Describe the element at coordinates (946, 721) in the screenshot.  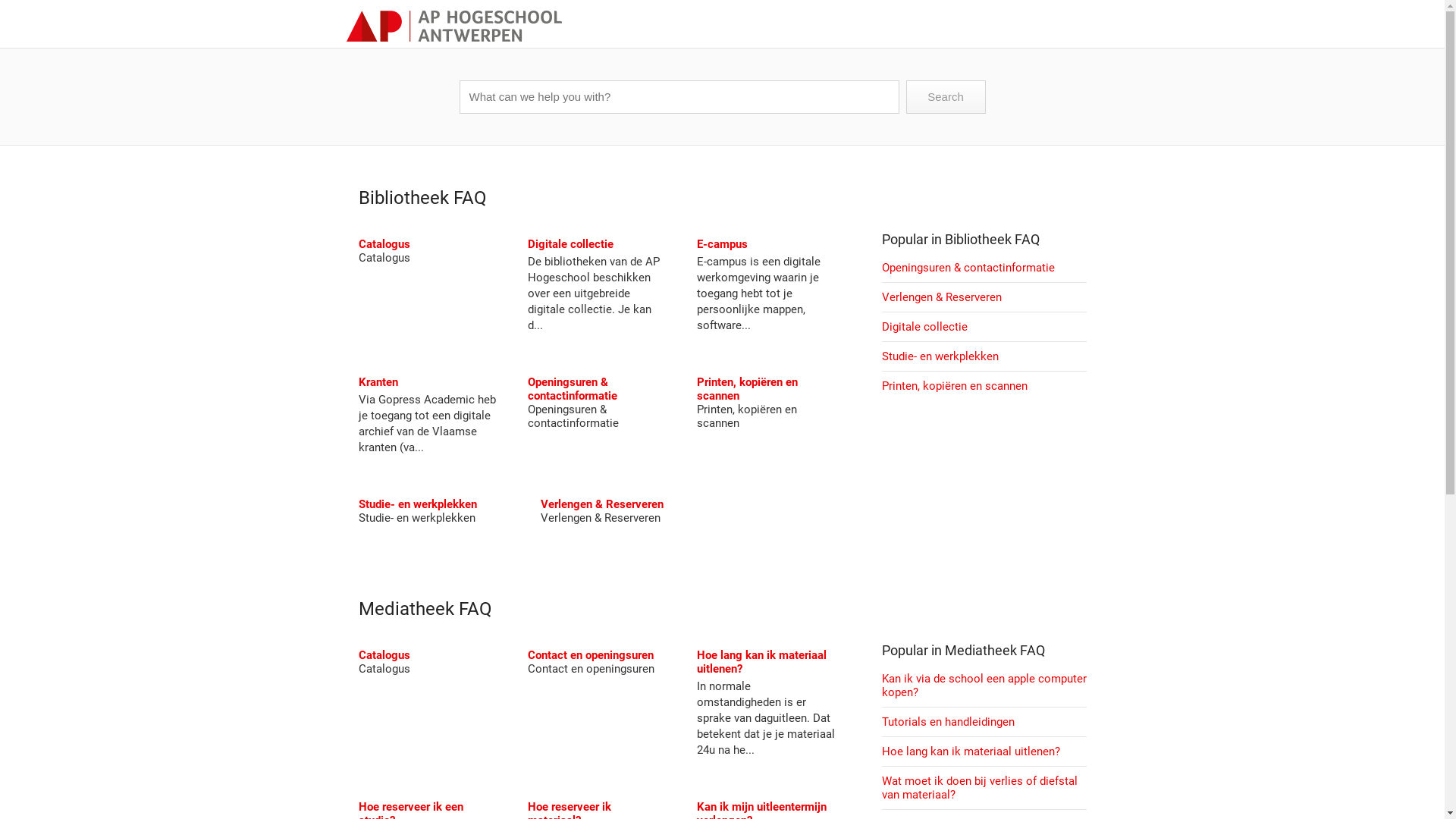
I see `'Tutorials en handleidingen'` at that location.